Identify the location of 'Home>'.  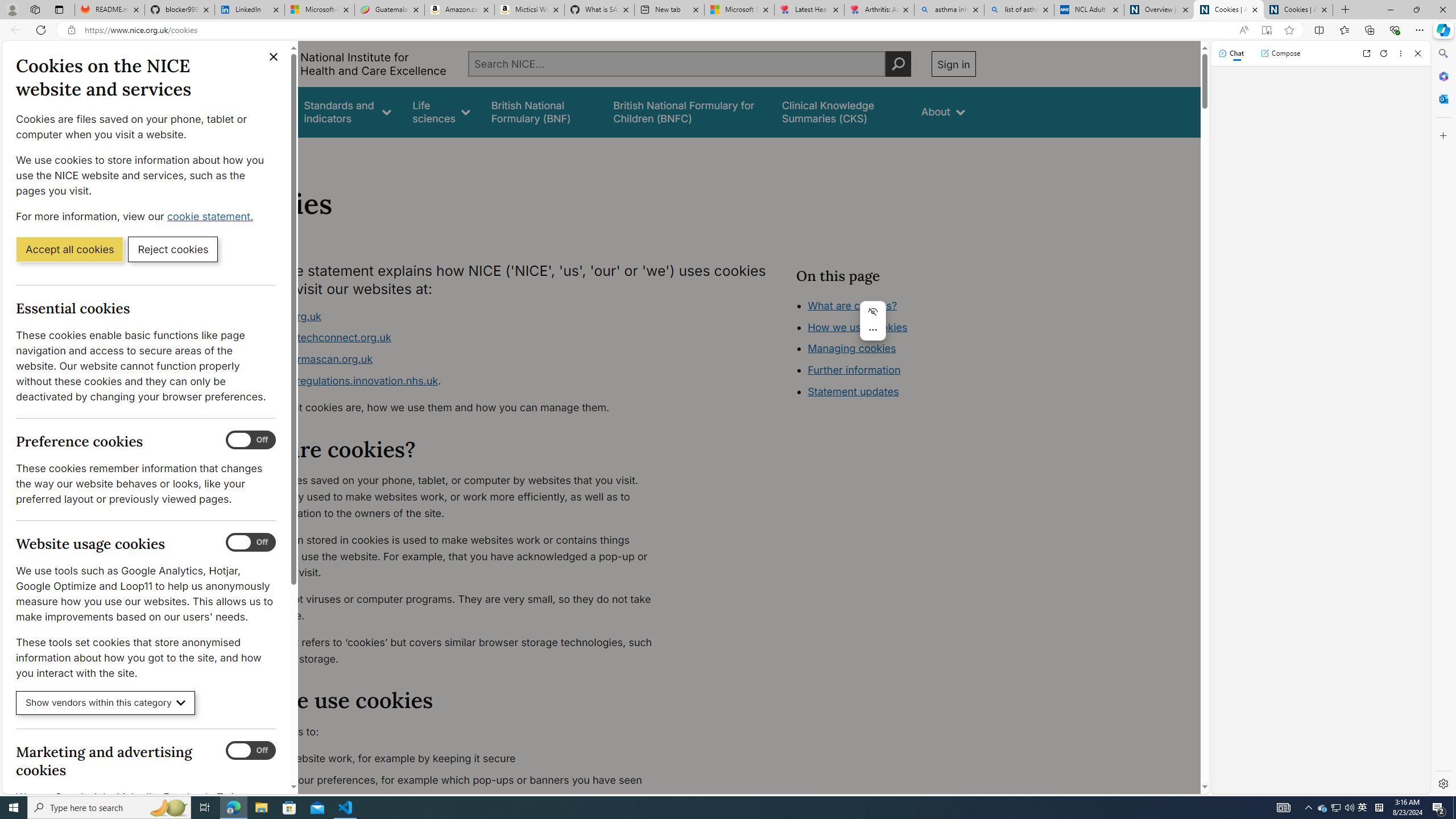
(246, 152).